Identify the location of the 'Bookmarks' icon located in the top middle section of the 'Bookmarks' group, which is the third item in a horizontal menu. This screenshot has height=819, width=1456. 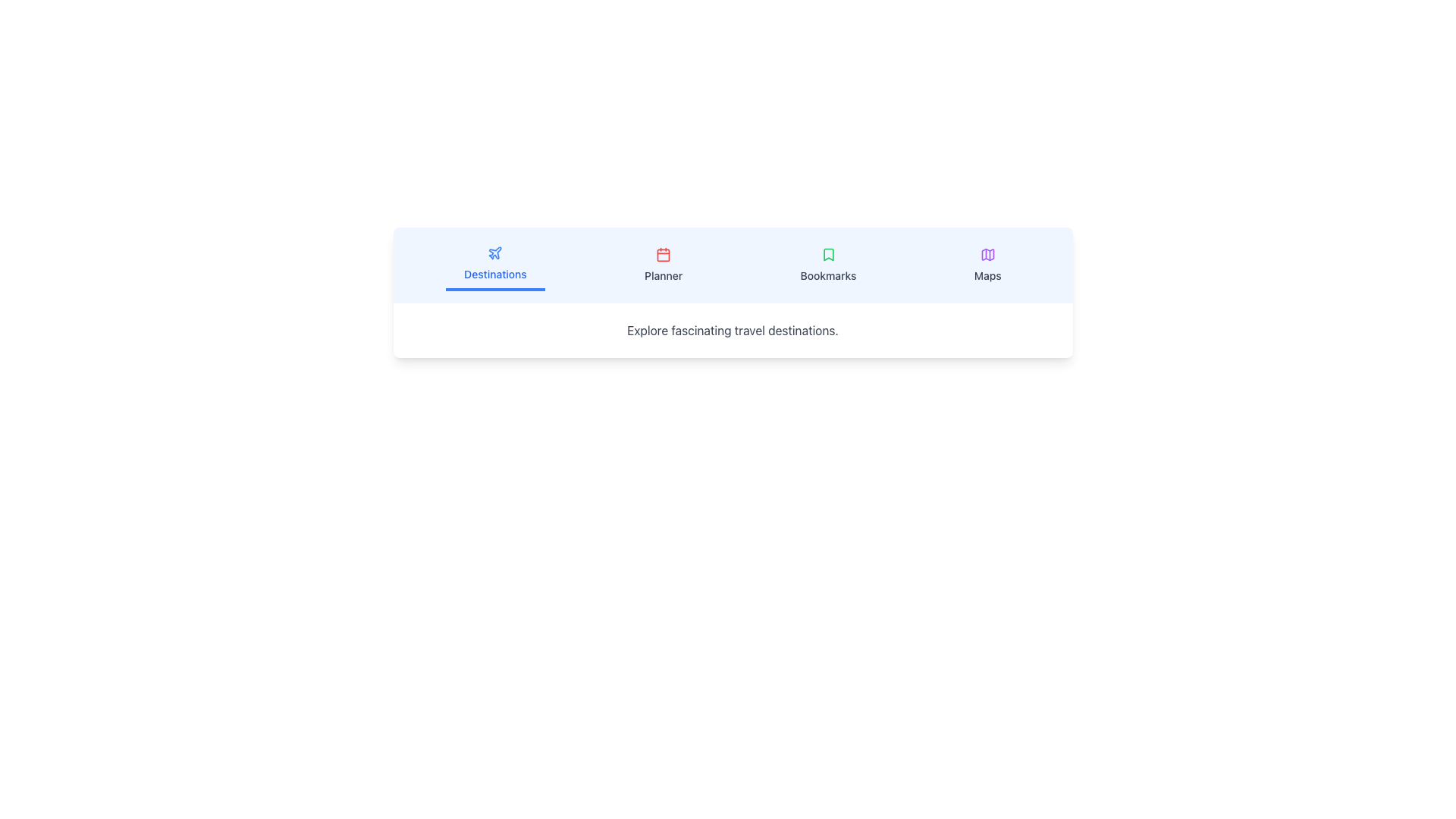
(827, 253).